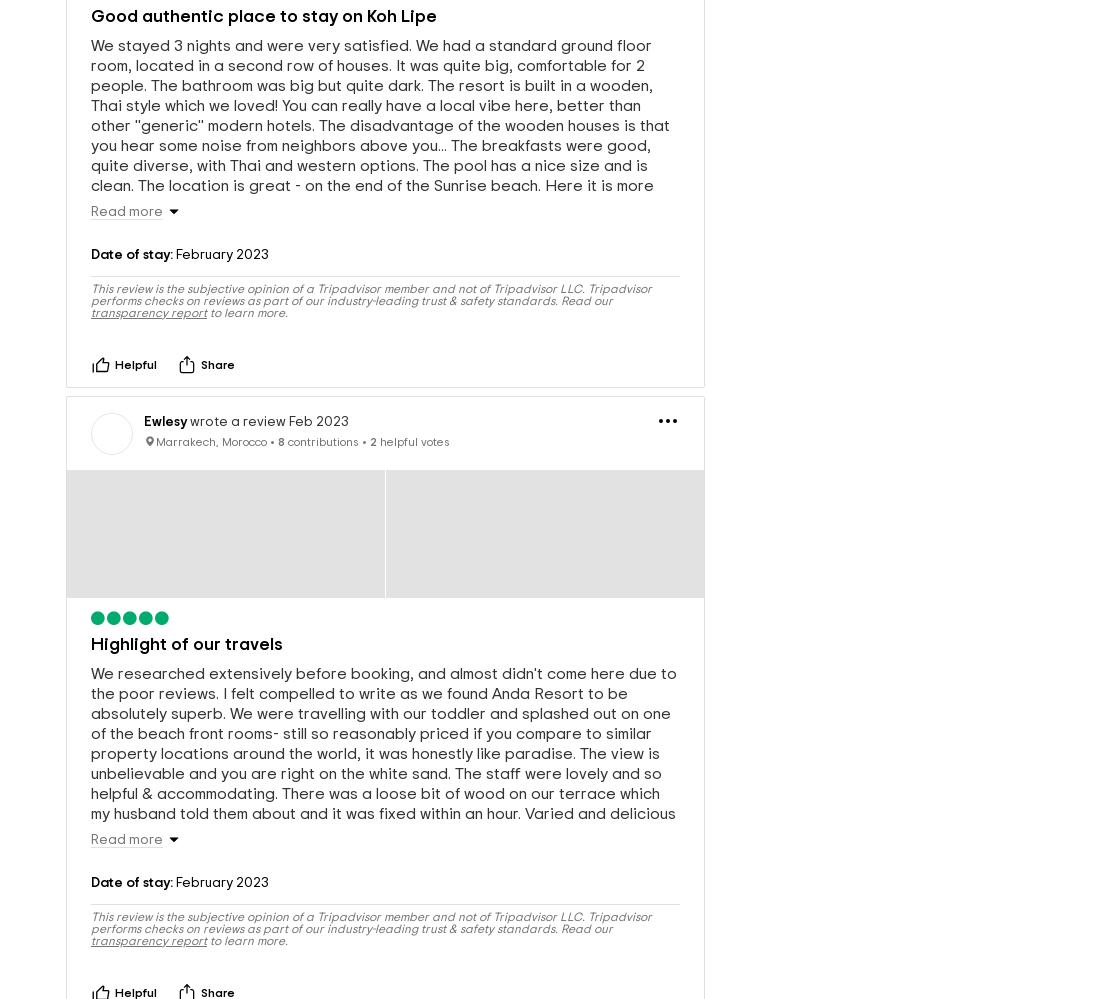 This screenshot has width=1100, height=999. What do you see at coordinates (280, 407) in the screenshot?
I see `'8'` at bounding box center [280, 407].